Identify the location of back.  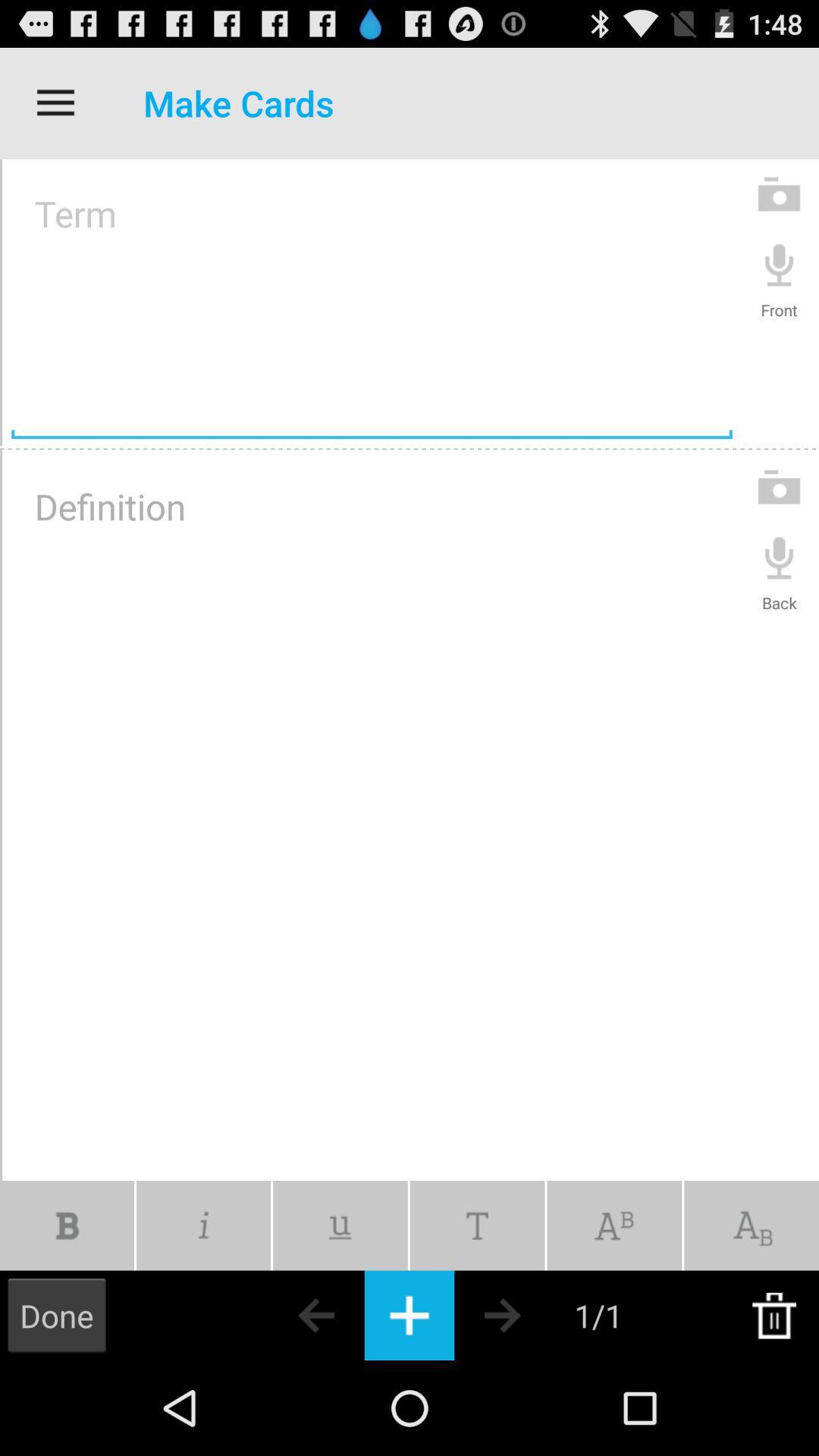
(779, 556).